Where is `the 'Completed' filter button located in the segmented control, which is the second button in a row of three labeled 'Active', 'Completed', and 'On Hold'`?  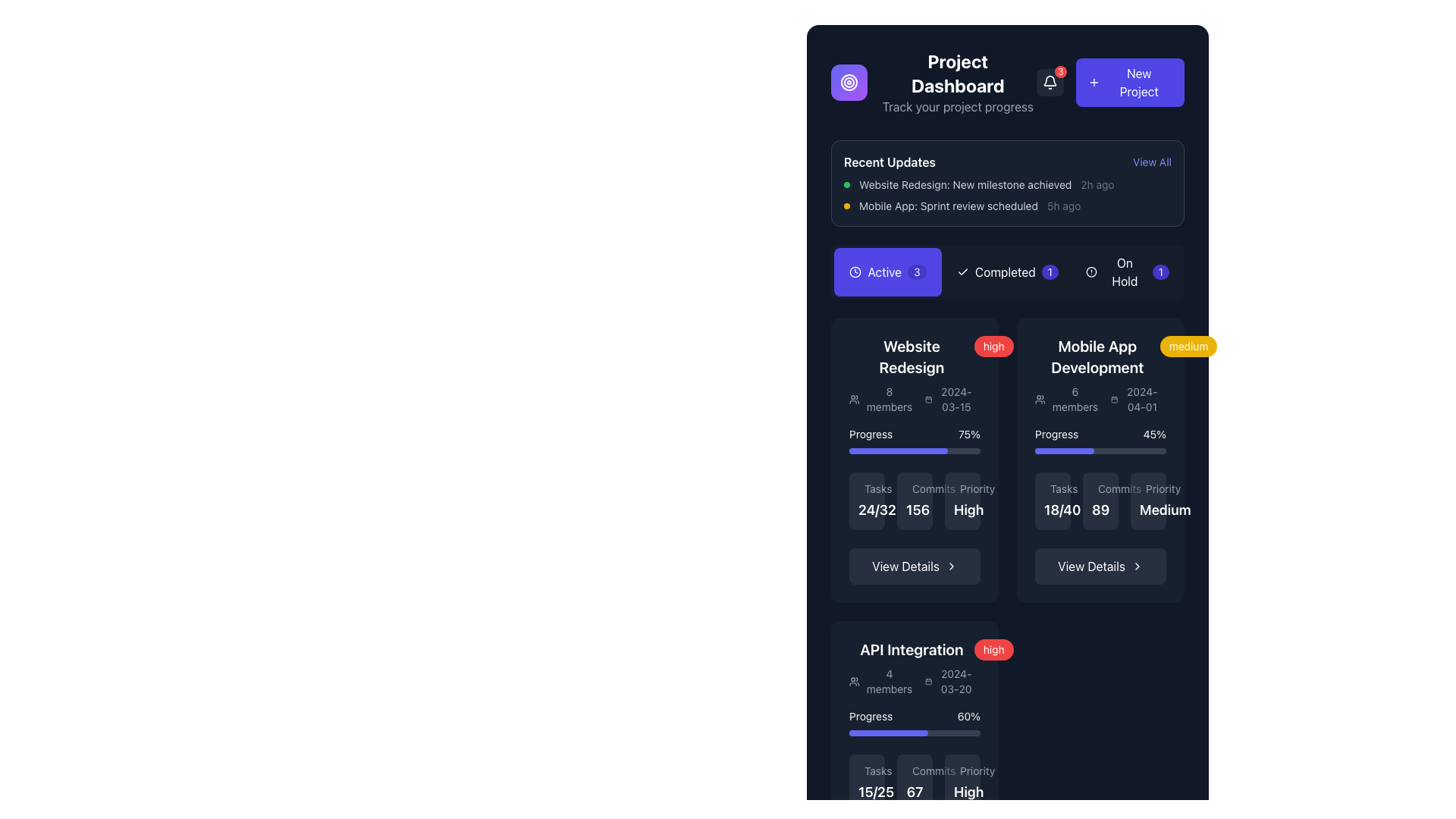
the 'Completed' filter button located in the segmented control, which is the second button in a row of three labeled 'Active', 'Completed', and 'On Hold' is located at coordinates (1008, 271).